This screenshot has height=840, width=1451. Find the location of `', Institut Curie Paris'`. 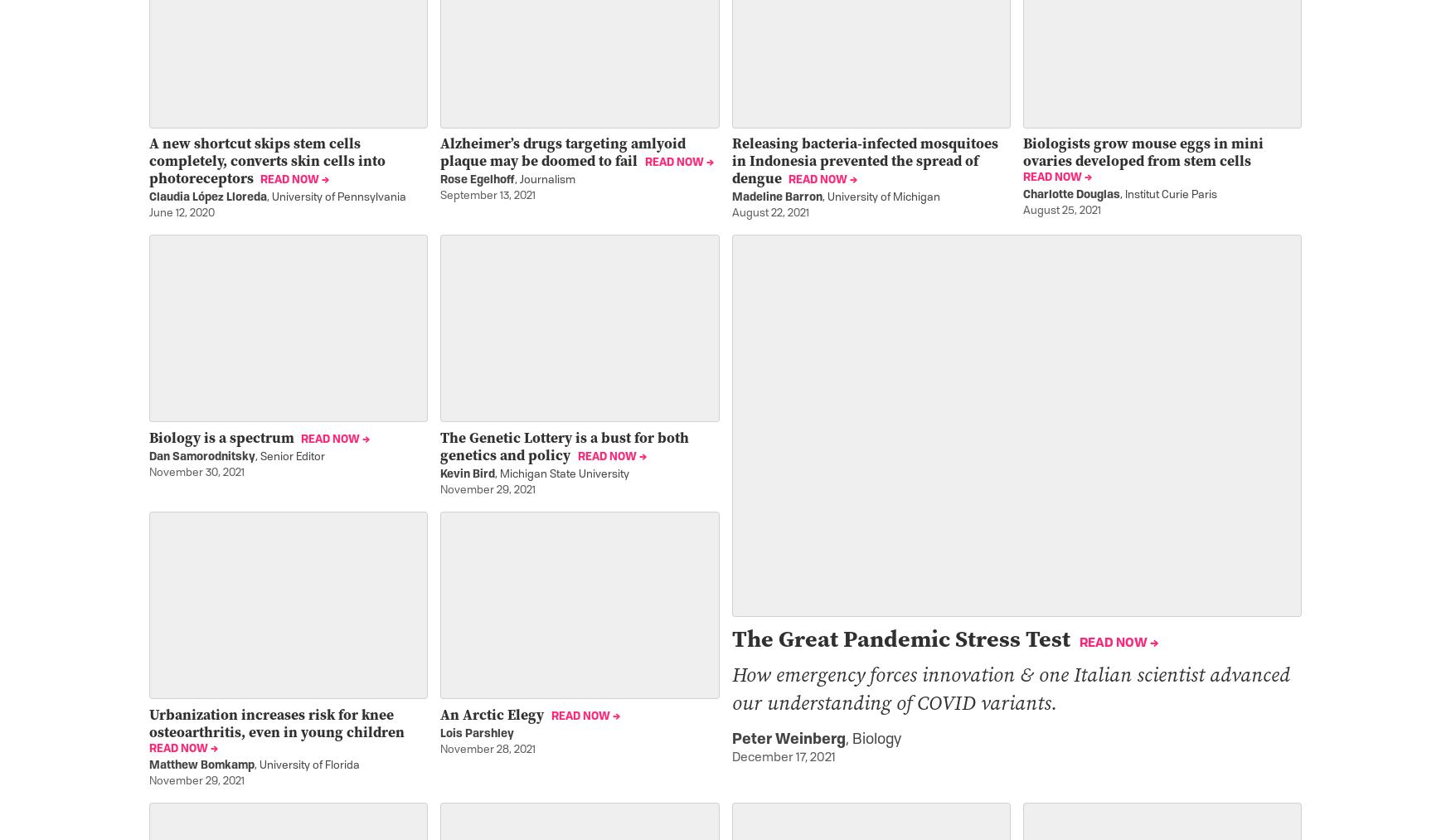

', Institut Curie Paris' is located at coordinates (1167, 193).